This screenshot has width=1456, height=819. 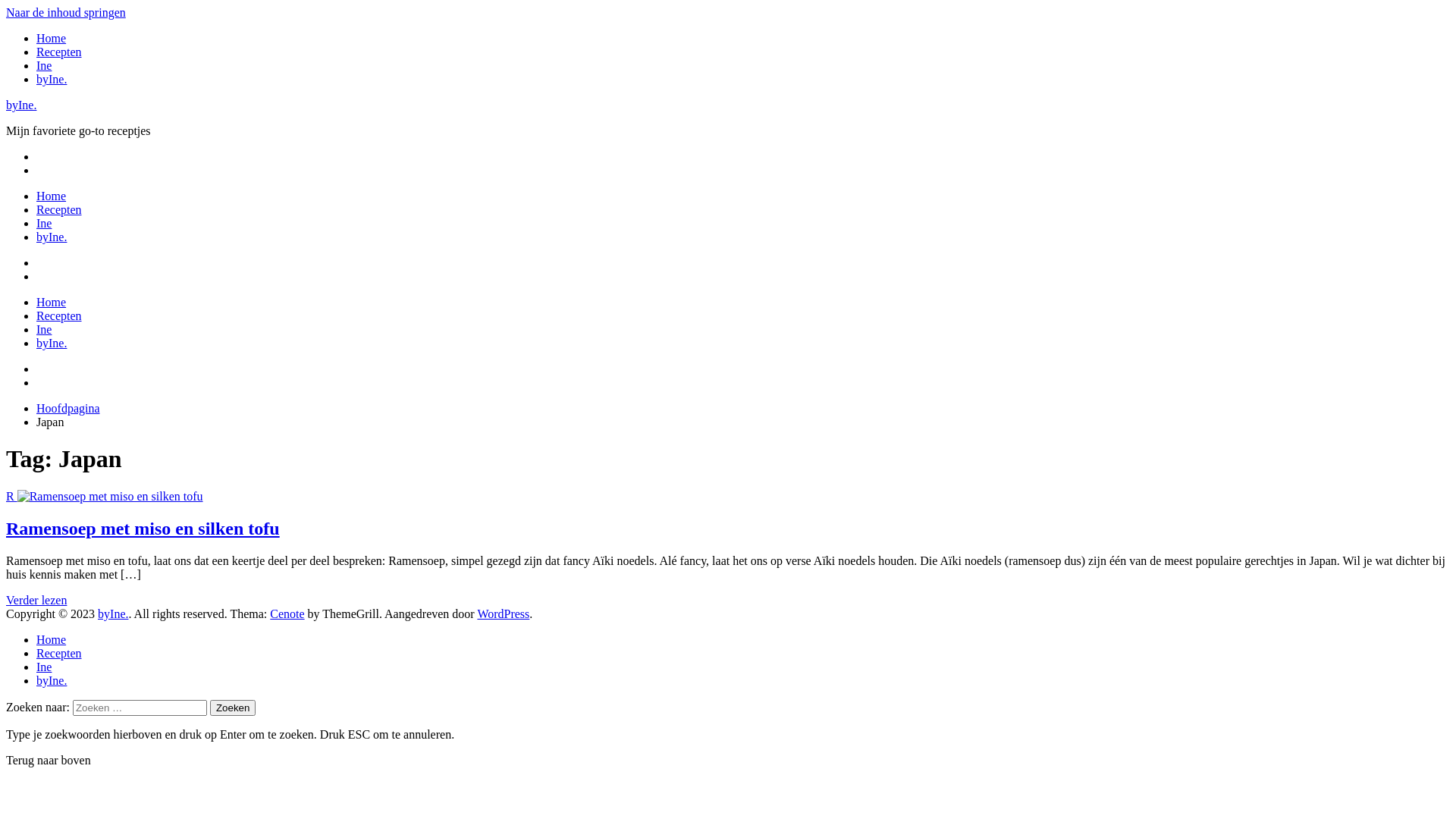 What do you see at coordinates (269, 613) in the screenshot?
I see `'Cenote'` at bounding box center [269, 613].